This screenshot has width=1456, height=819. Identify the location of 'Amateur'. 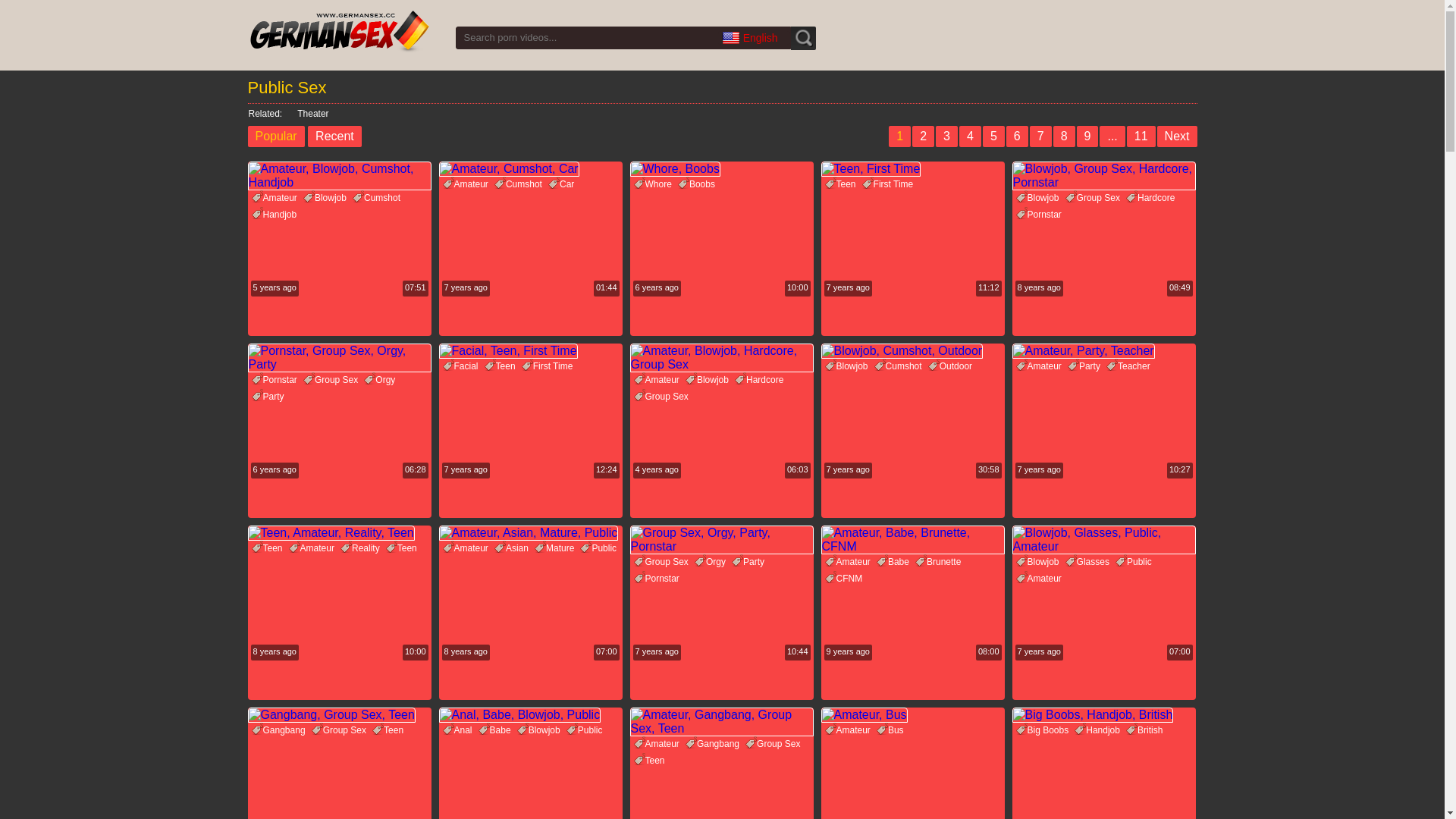
(276, 197).